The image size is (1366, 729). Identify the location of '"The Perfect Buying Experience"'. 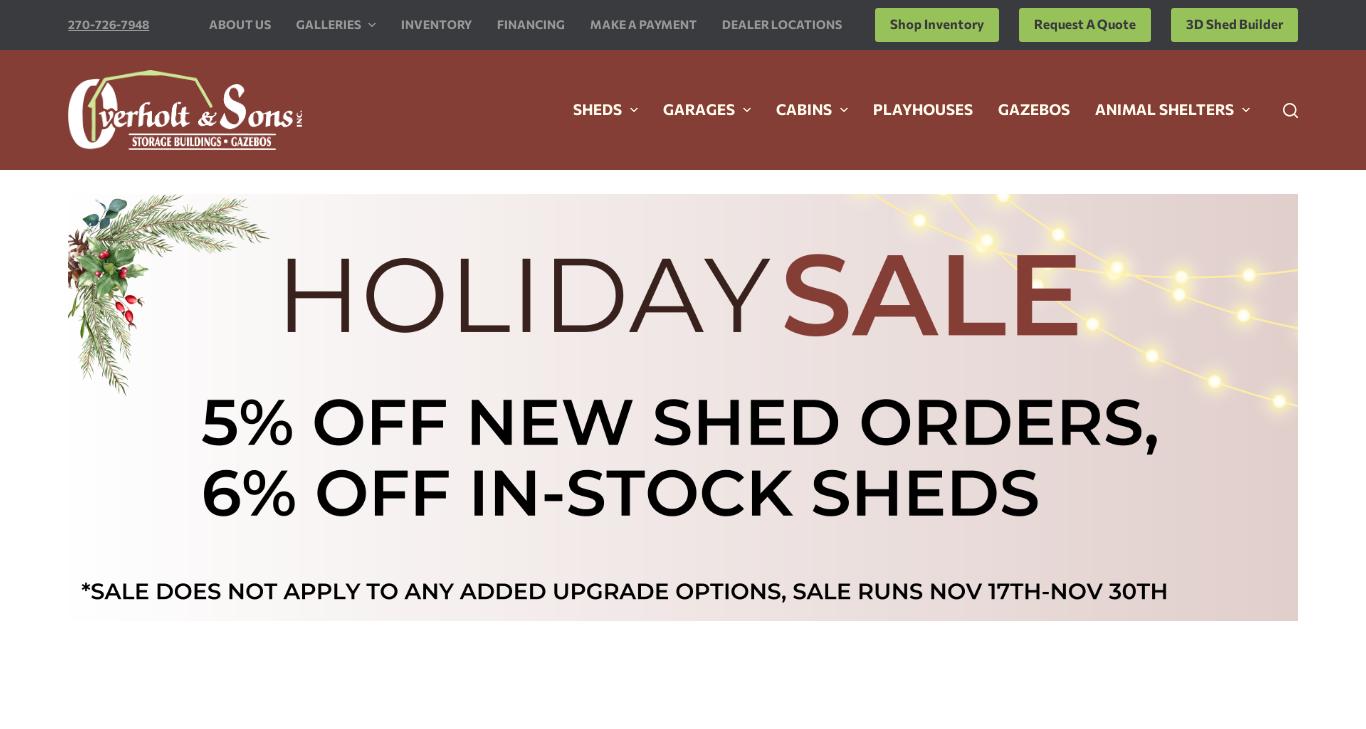
(681, 251).